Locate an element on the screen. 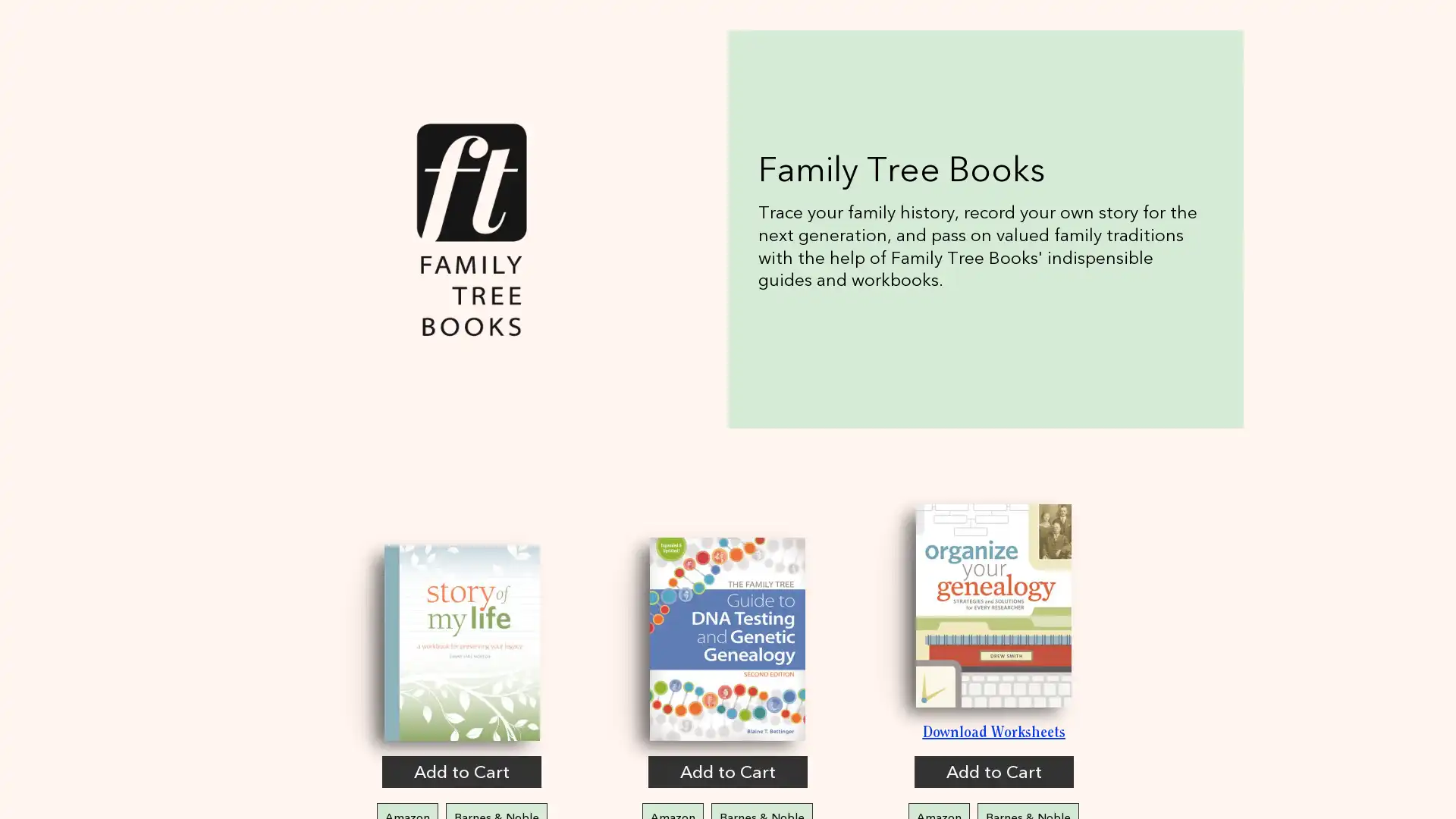 This screenshot has width=1456, height=819. Add to Cart is located at coordinates (993, 771).